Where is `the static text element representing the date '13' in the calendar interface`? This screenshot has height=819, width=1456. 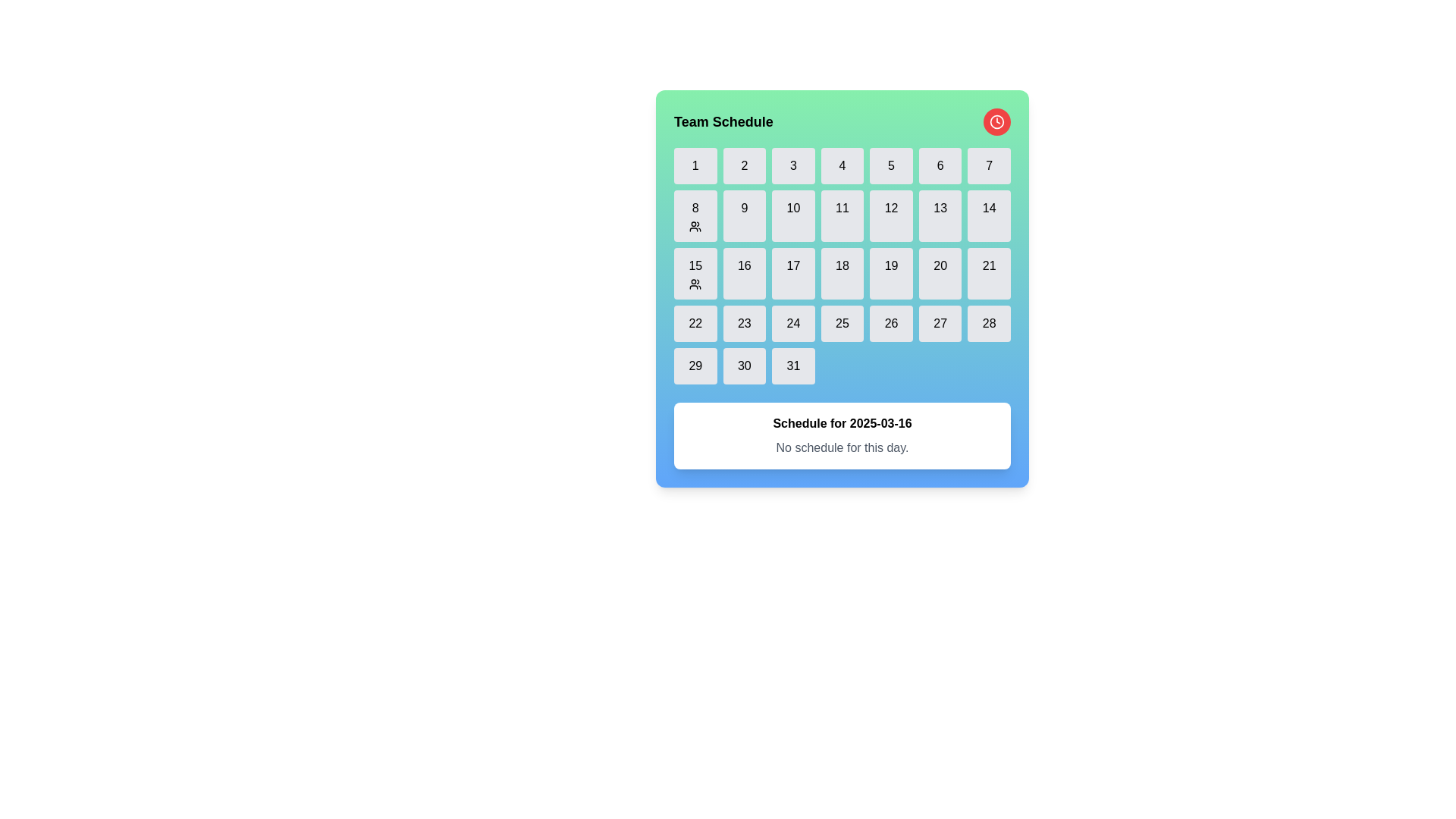 the static text element representing the date '13' in the calendar interface is located at coordinates (939, 208).